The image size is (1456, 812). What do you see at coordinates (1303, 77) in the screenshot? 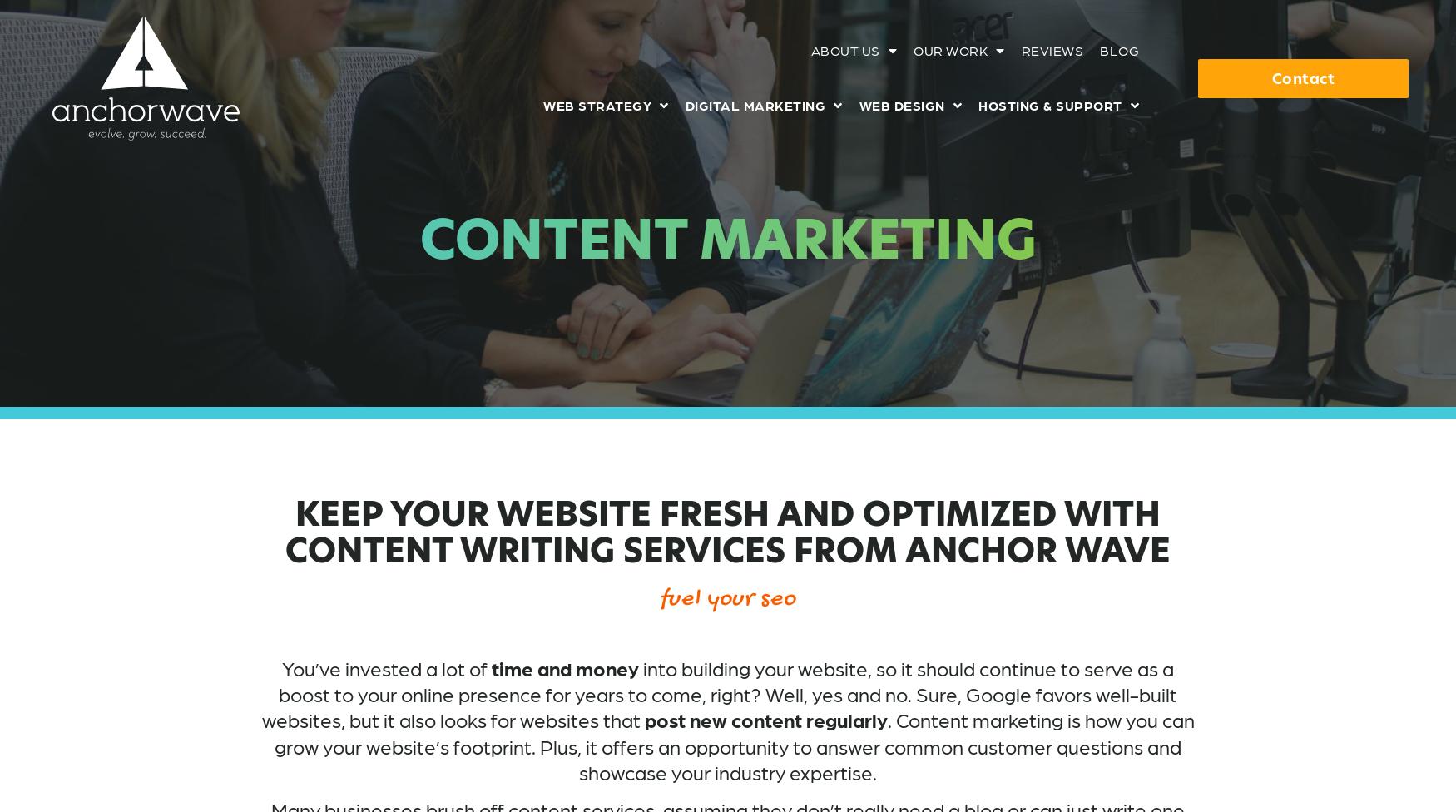
I see `'Contact'` at bounding box center [1303, 77].